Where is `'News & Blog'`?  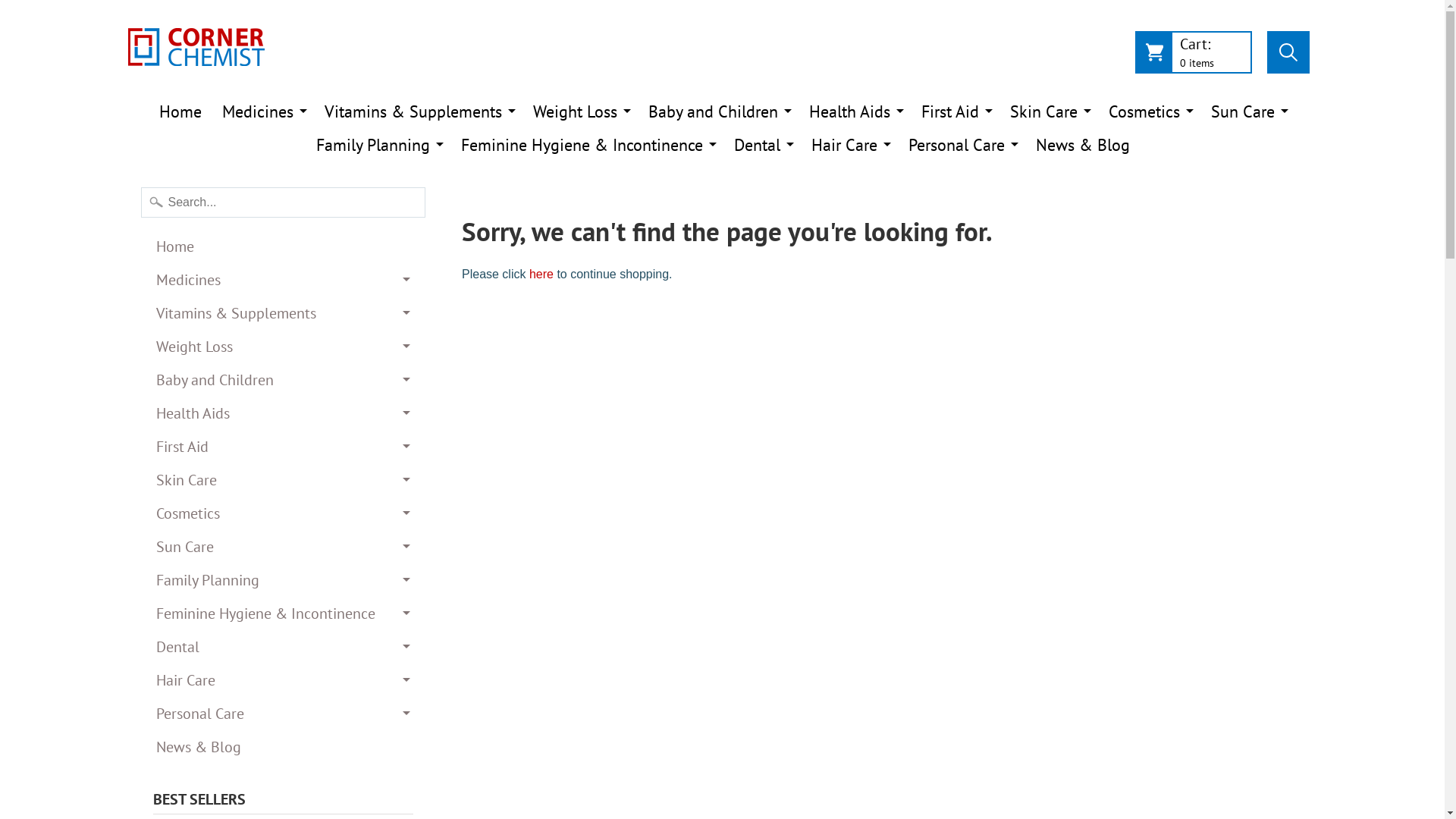
'News & Blog' is located at coordinates (1026, 145).